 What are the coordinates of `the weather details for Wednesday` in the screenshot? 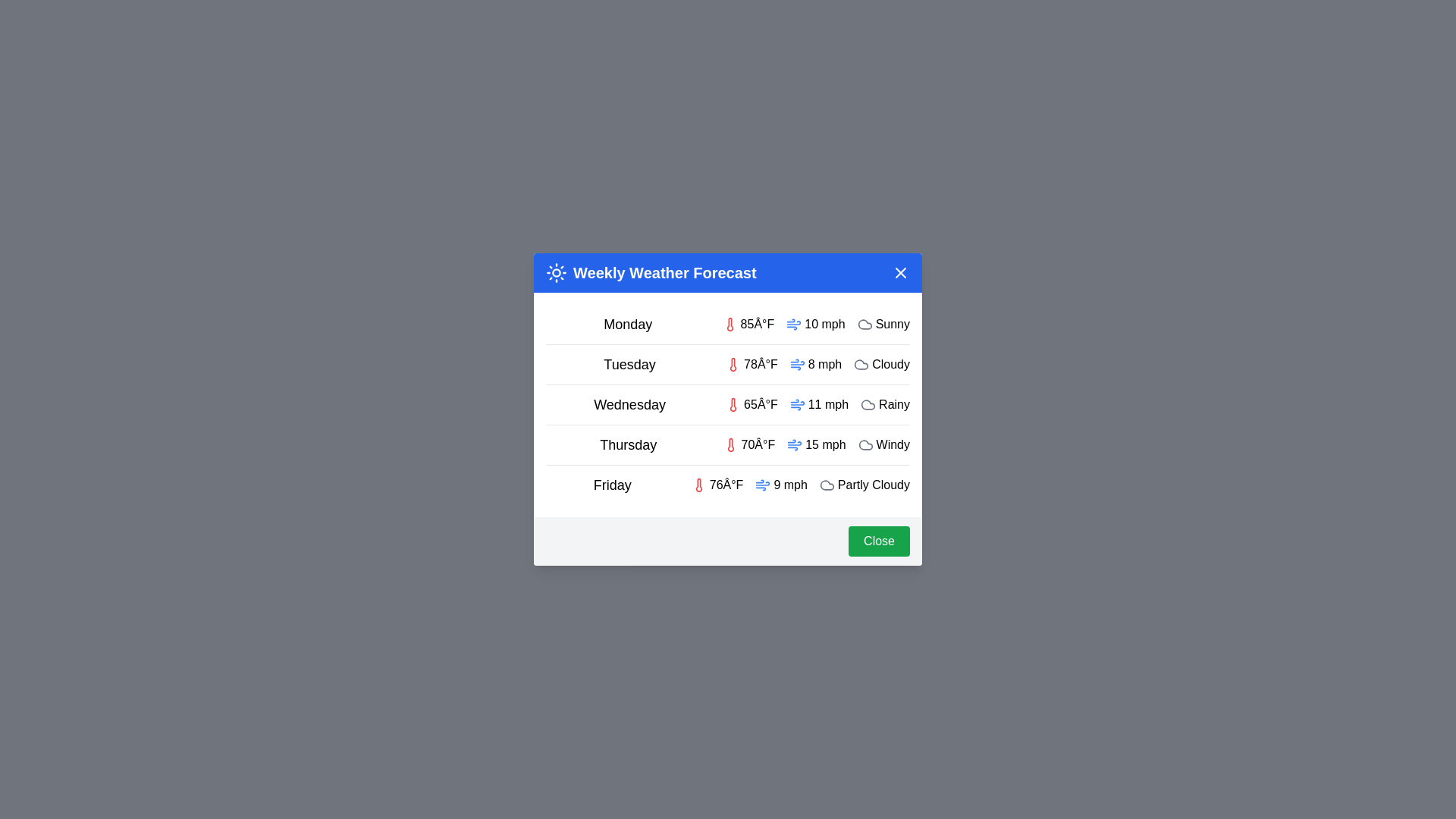 It's located at (728, 403).